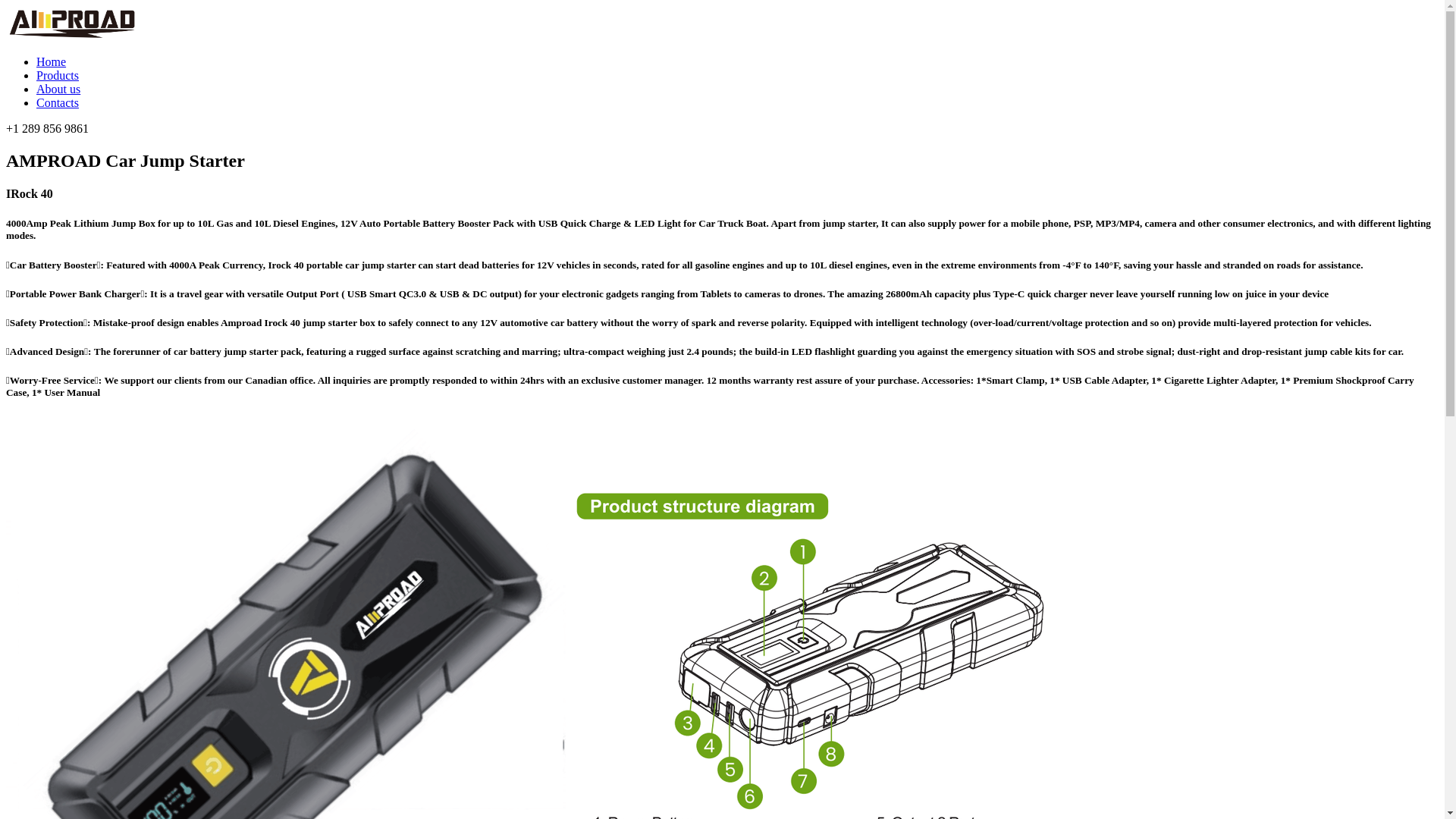  Describe the element at coordinates (51, 61) in the screenshot. I see `'Home'` at that location.